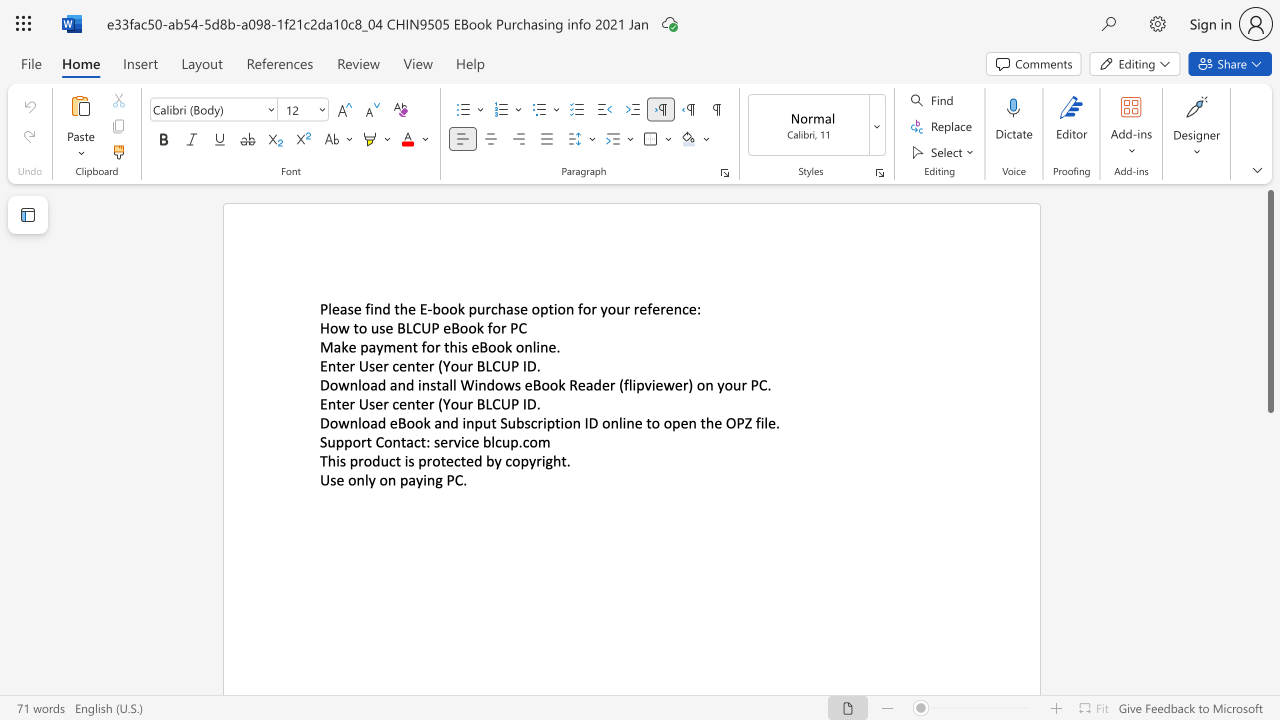 The image size is (1280, 720). I want to click on the scrollbar on the right to shift the page lower, so click(1269, 570).